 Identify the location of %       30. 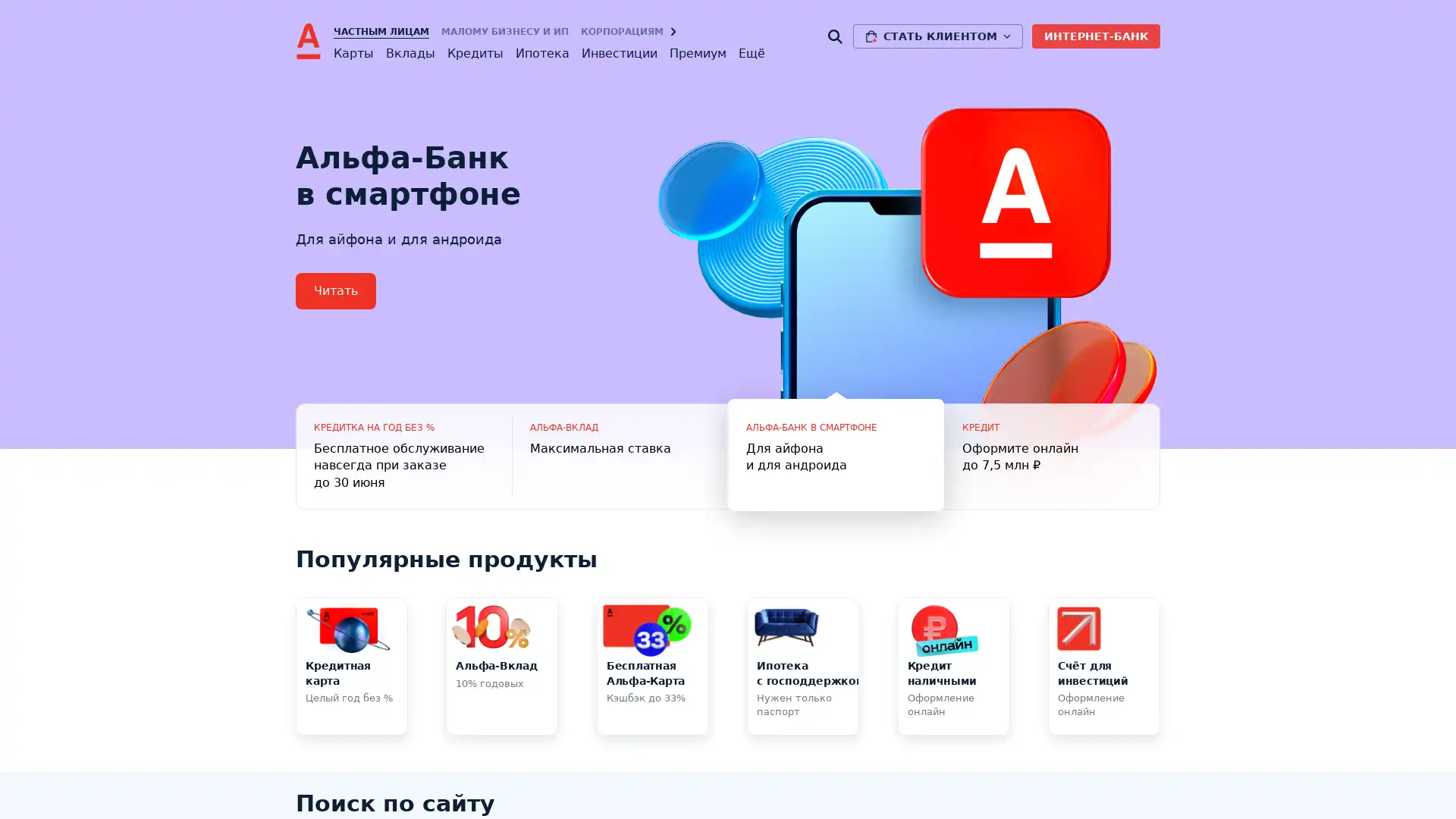
(403, 455).